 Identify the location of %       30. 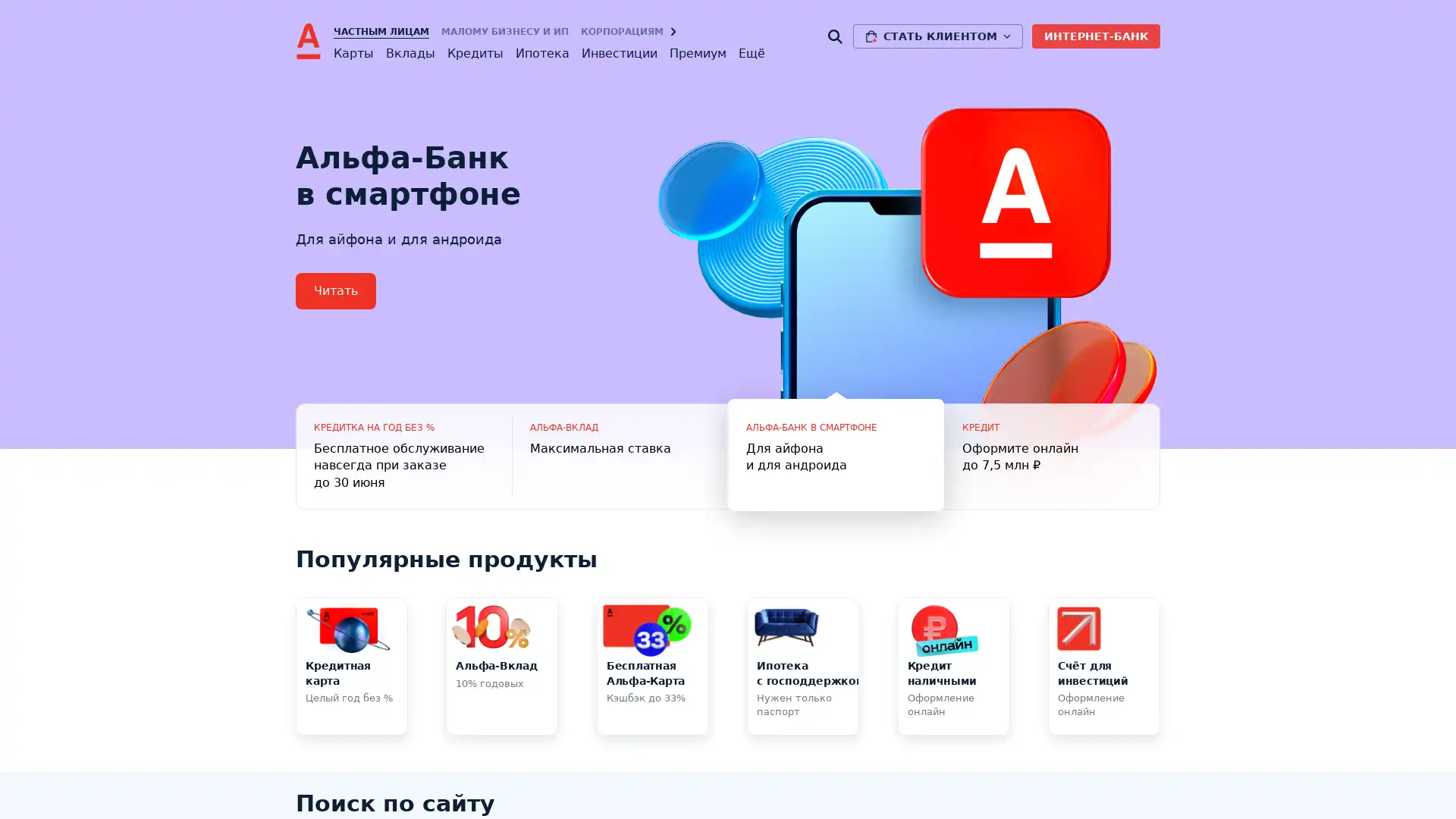
(403, 455).